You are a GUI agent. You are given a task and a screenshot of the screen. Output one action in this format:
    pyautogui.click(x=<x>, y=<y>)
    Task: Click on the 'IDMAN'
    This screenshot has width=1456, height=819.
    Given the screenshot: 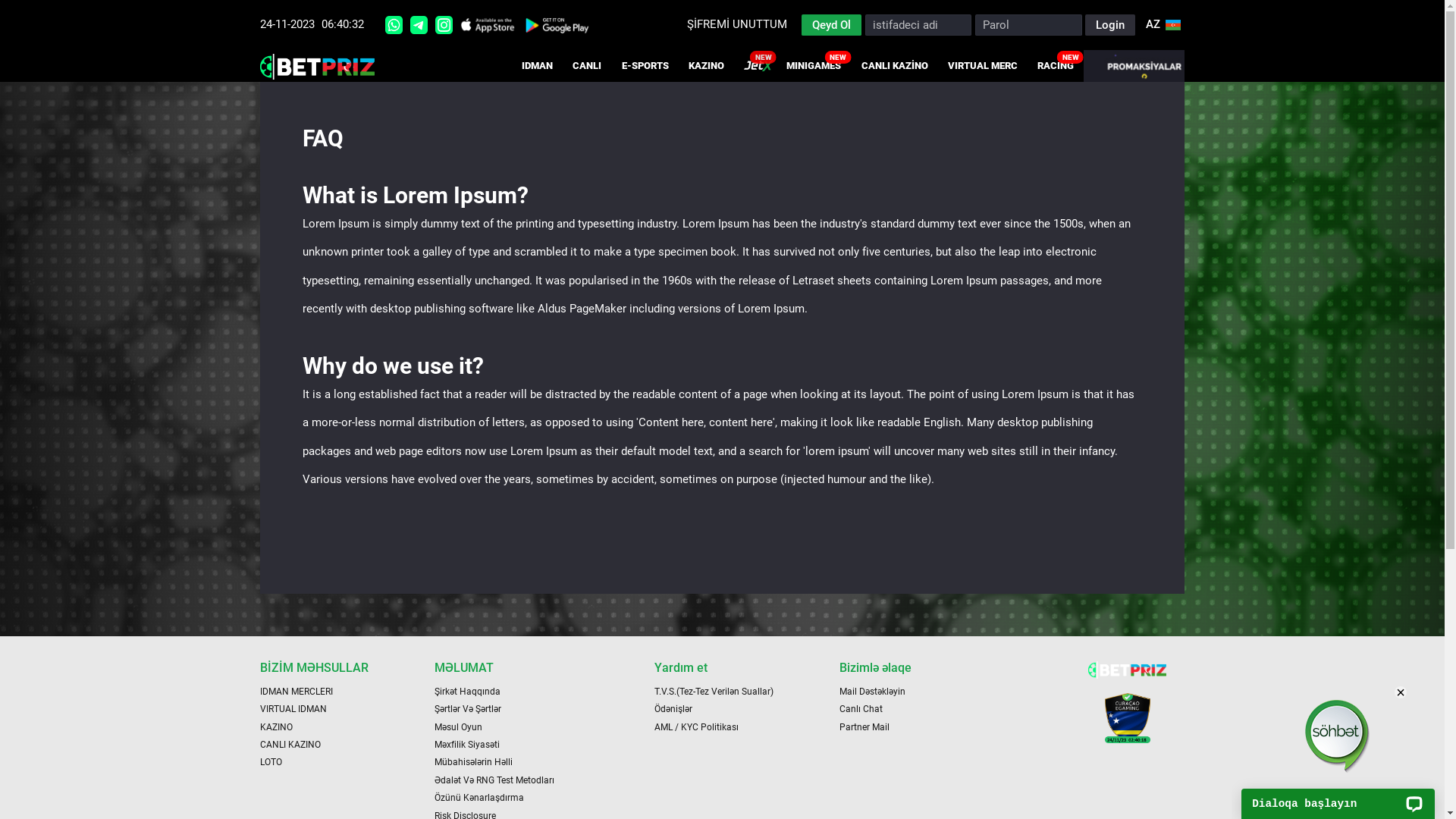 What is the action you would take?
    pyautogui.click(x=537, y=65)
    